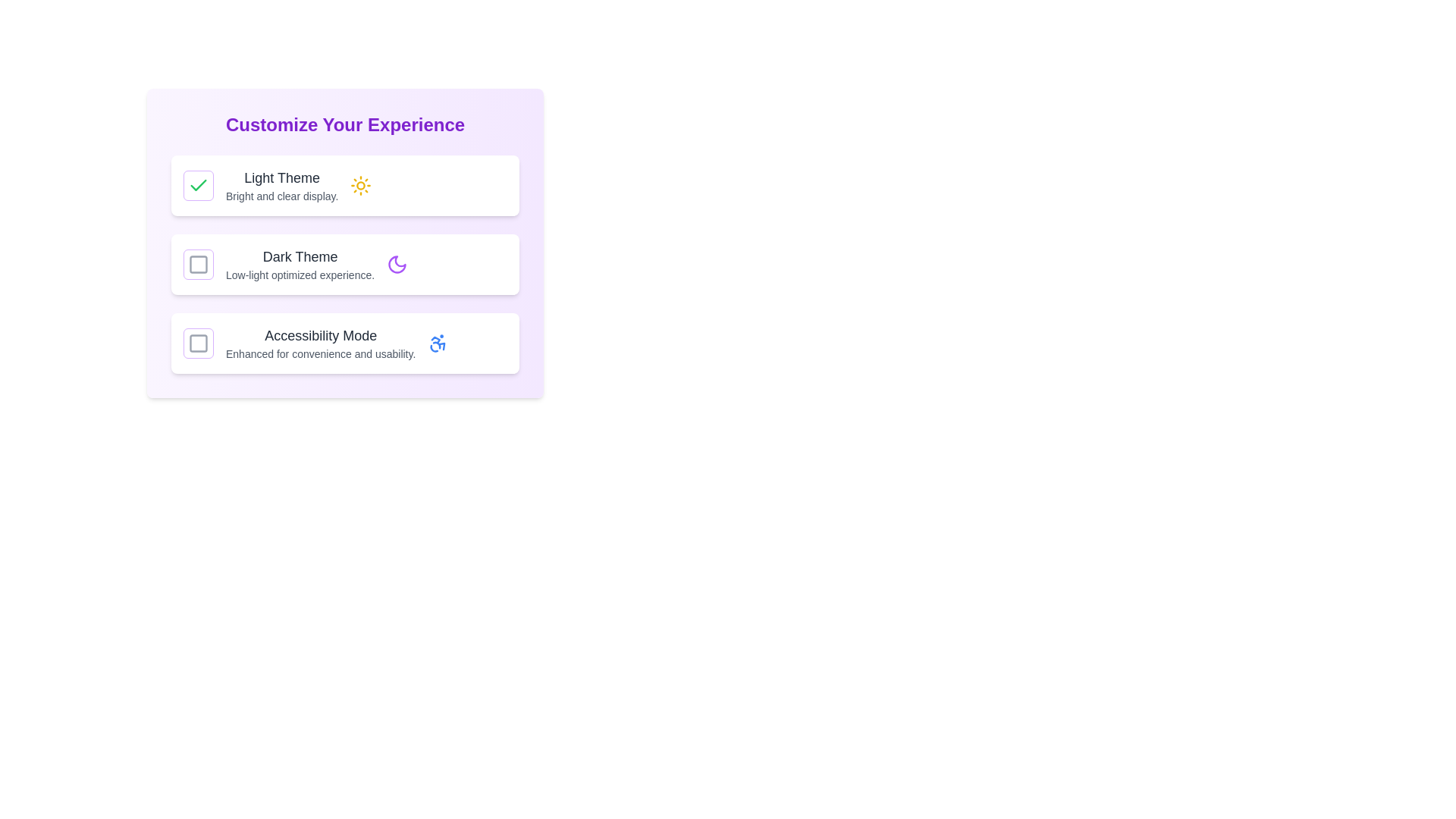  Describe the element at coordinates (282, 195) in the screenshot. I see `the static text label that provides descriptive information about the 'Light Theme' option, positioned directly beneath the 'Light Theme' heading` at that location.